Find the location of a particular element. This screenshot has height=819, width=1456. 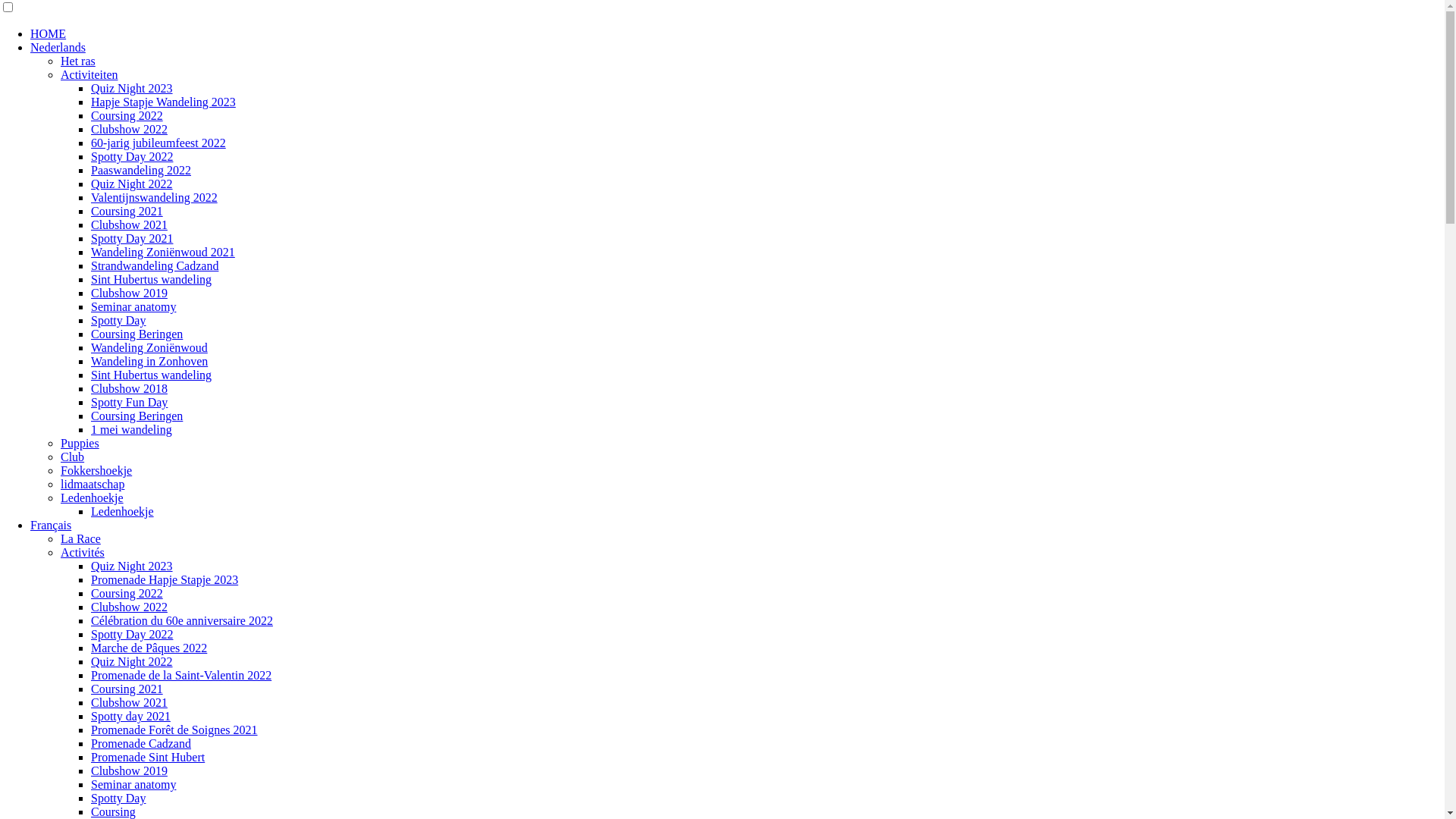

'Spotty Day' is located at coordinates (118, 797).